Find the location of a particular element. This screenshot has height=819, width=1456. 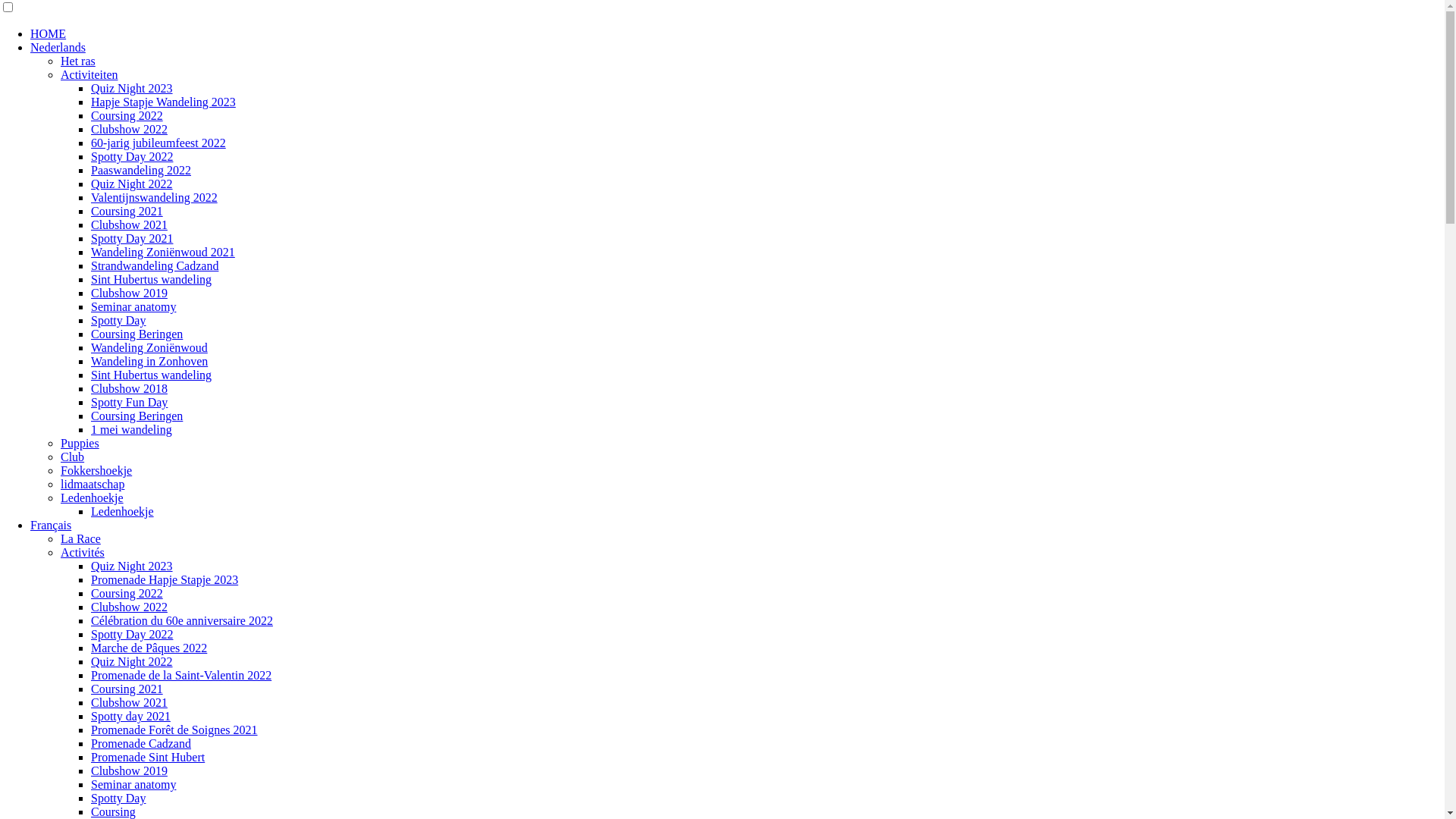

'Spotty Day' is located at coordinates (118, 797).